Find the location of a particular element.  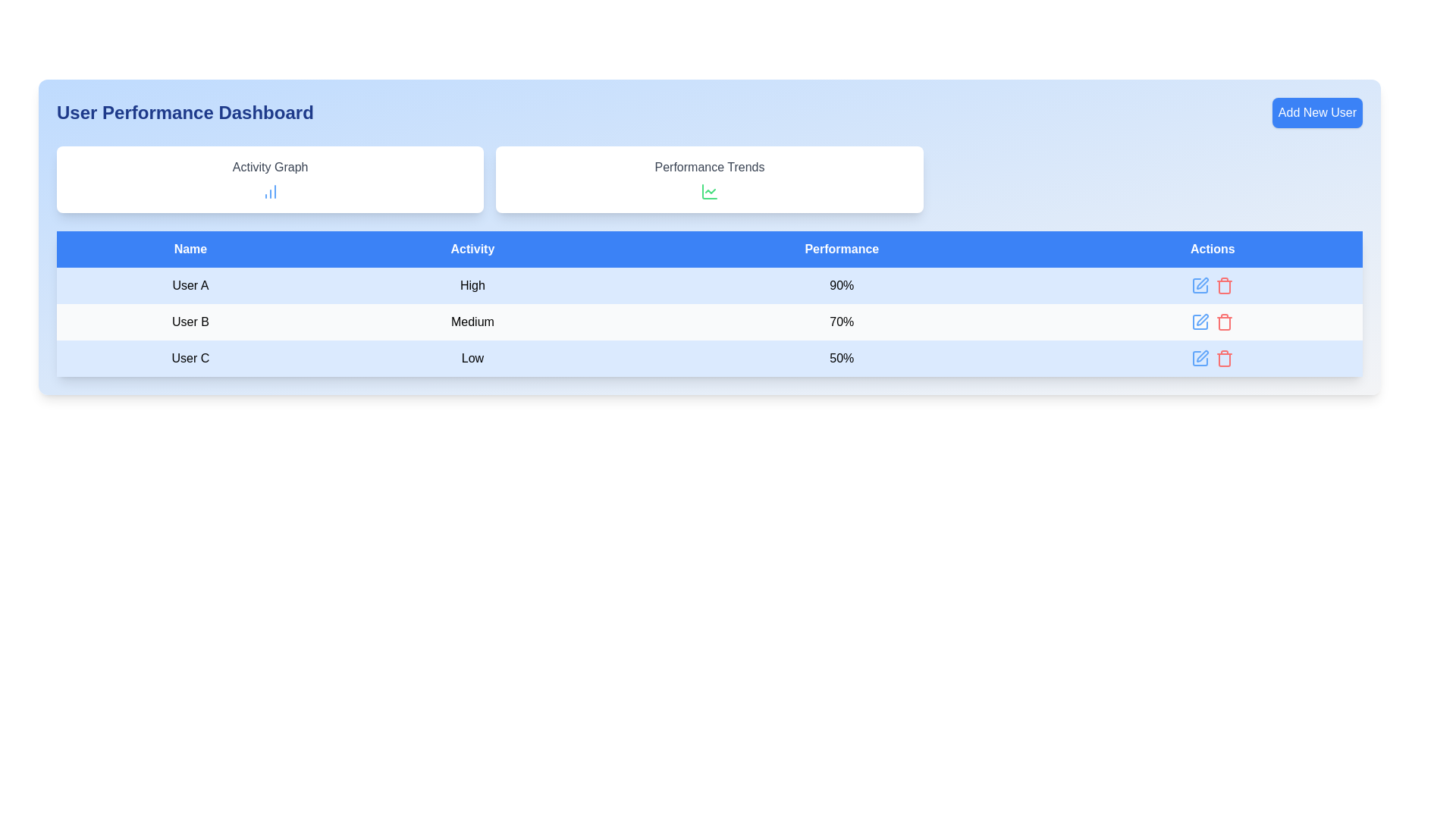

the graphical indicator located in the 'Performance Trends' section, which is centrally positioned in the lower half of that section is located at coordinates (709, 191).